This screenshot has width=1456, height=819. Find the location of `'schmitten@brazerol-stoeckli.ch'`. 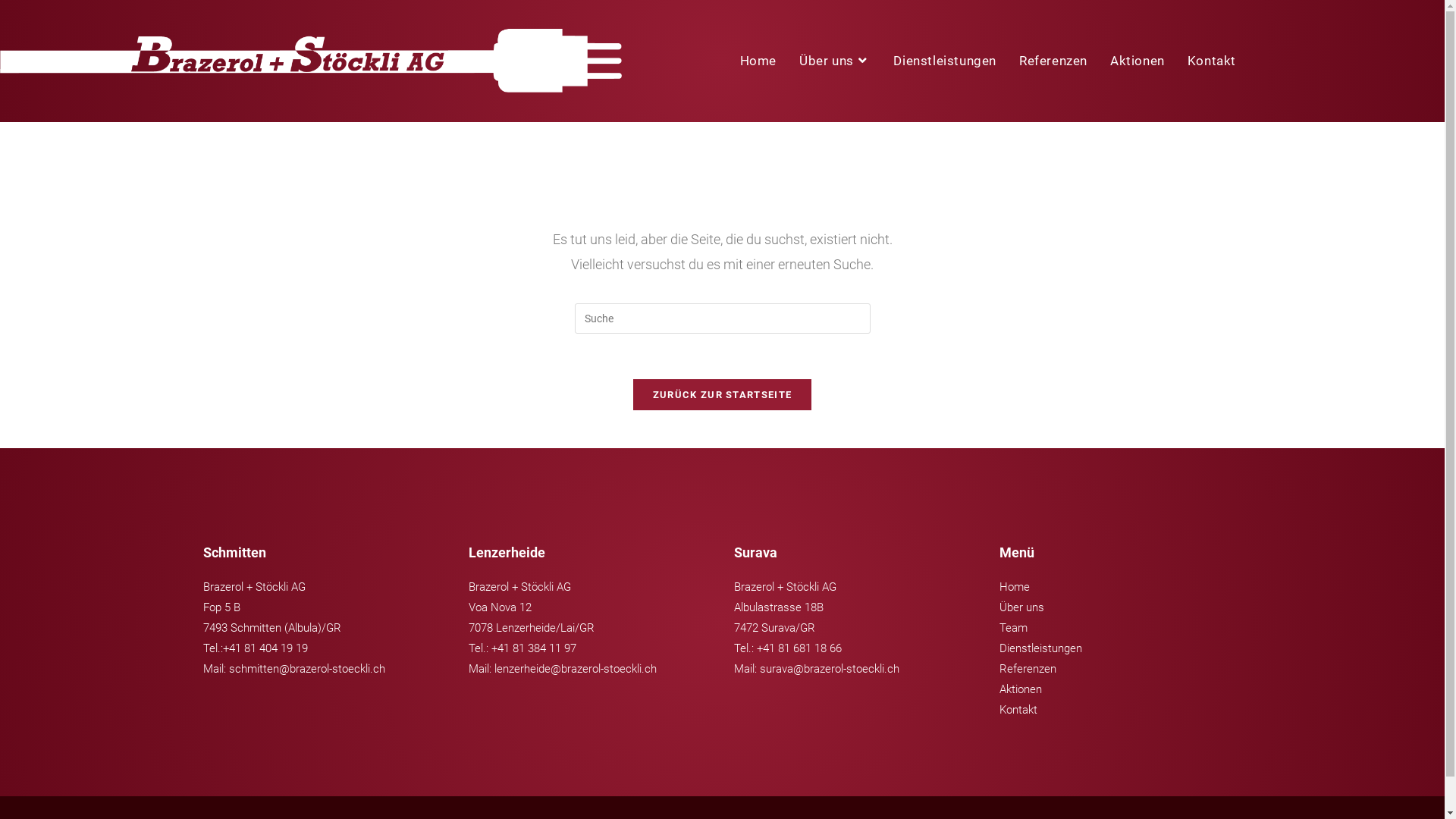

'schmitten@brazerol-stoeckli.ch' is located at coordinates (306, 668).